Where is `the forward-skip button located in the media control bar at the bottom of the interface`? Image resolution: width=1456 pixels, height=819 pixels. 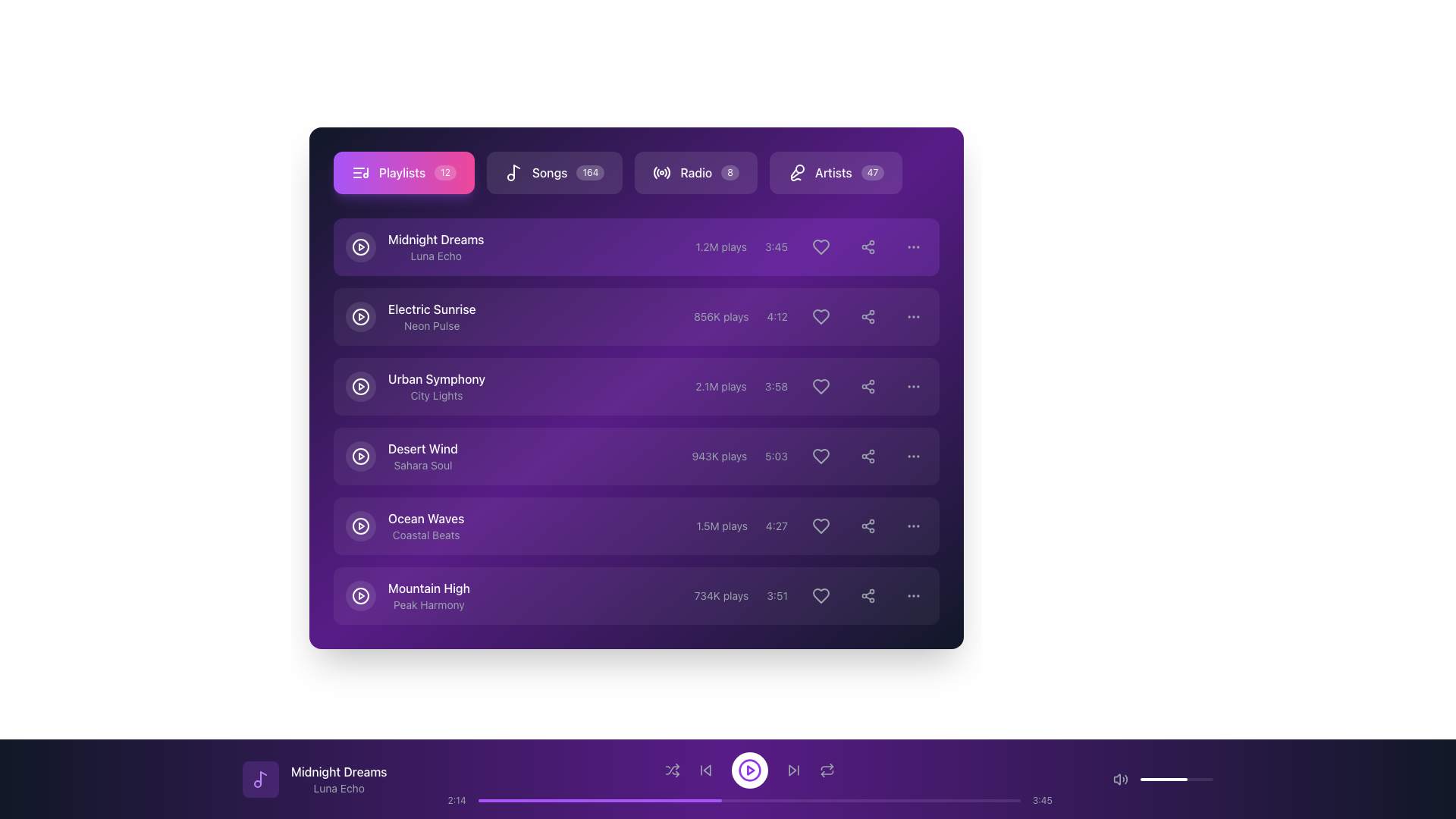
the forward-skip button located in the media control bar at the bottom of the interface is located at coordinates (793, 770).